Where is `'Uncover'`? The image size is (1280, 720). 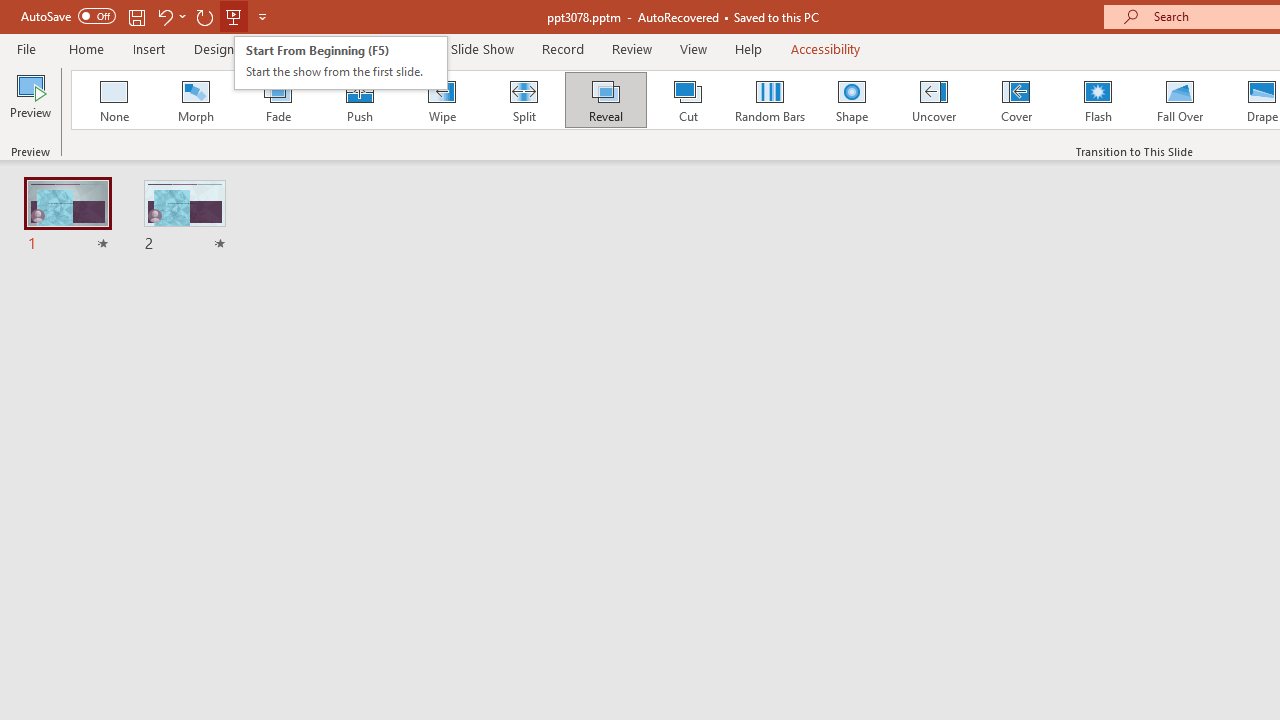
'Uncover' is located at coordinates (933, 100).